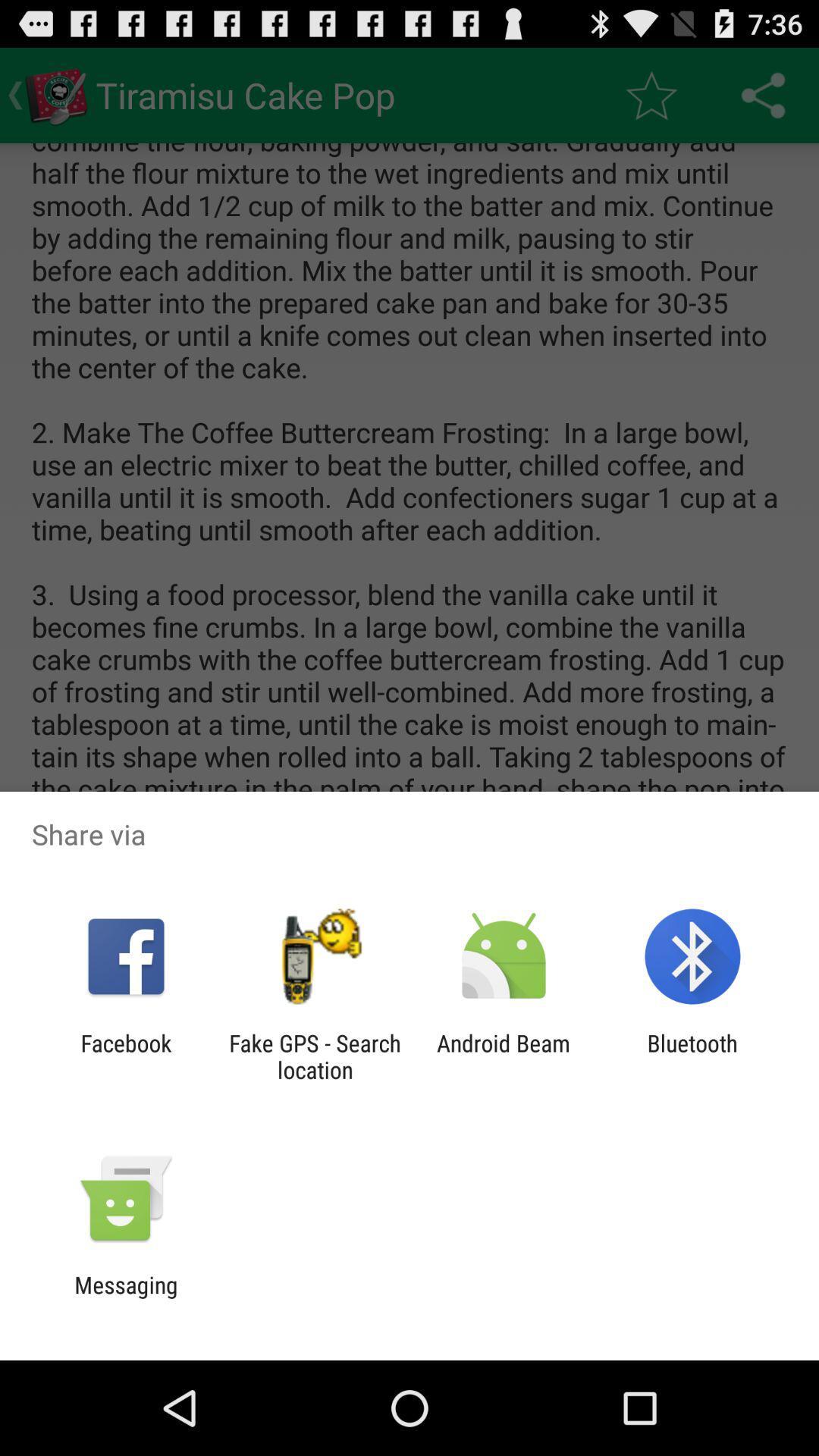  Describe the element at coordinates (504, 1056) in the screenshot. I see `android beam item` at that location.